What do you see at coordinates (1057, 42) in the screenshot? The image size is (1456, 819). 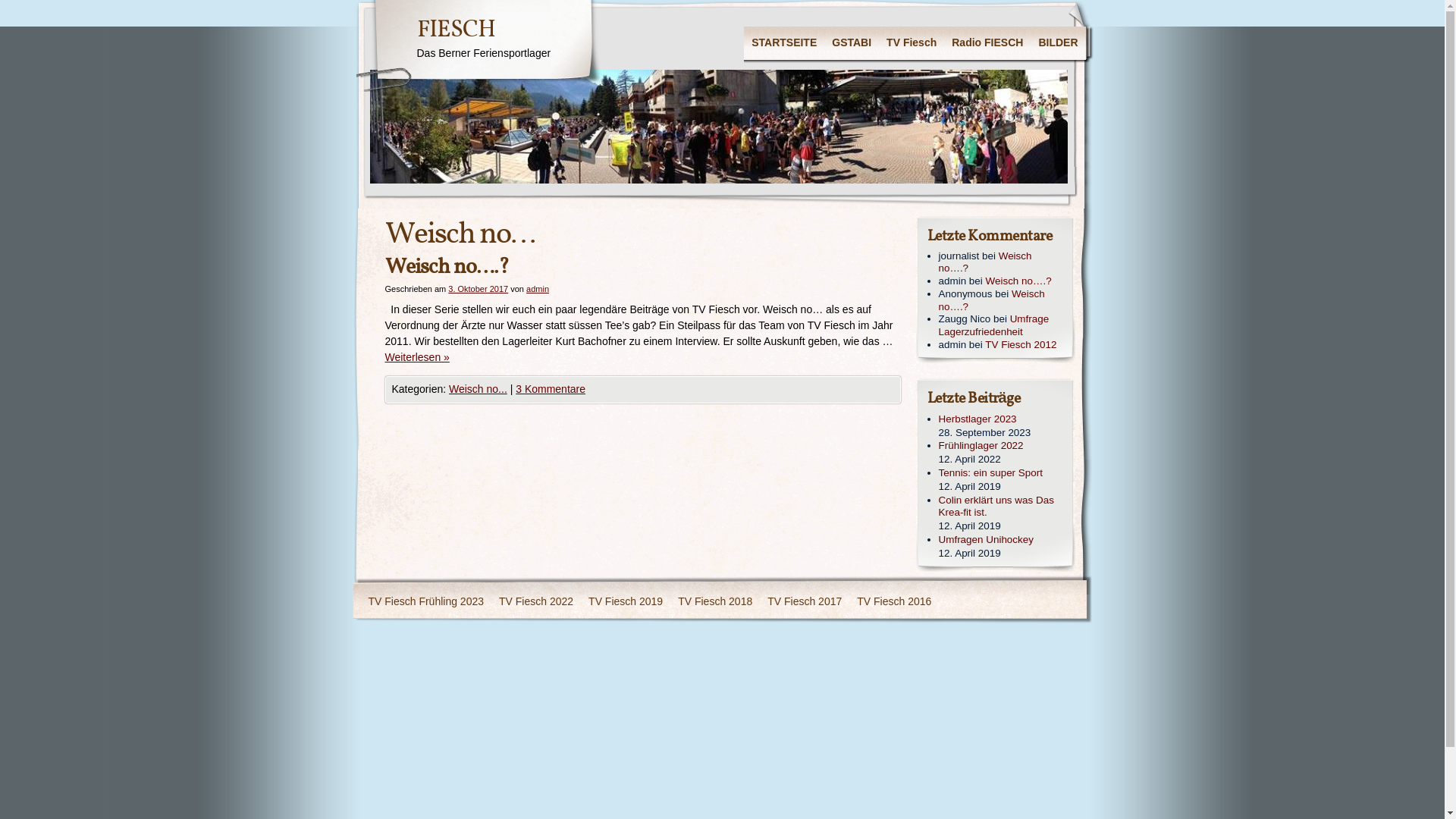 I see `'BILDER'` at bounding box center [1057, 42].